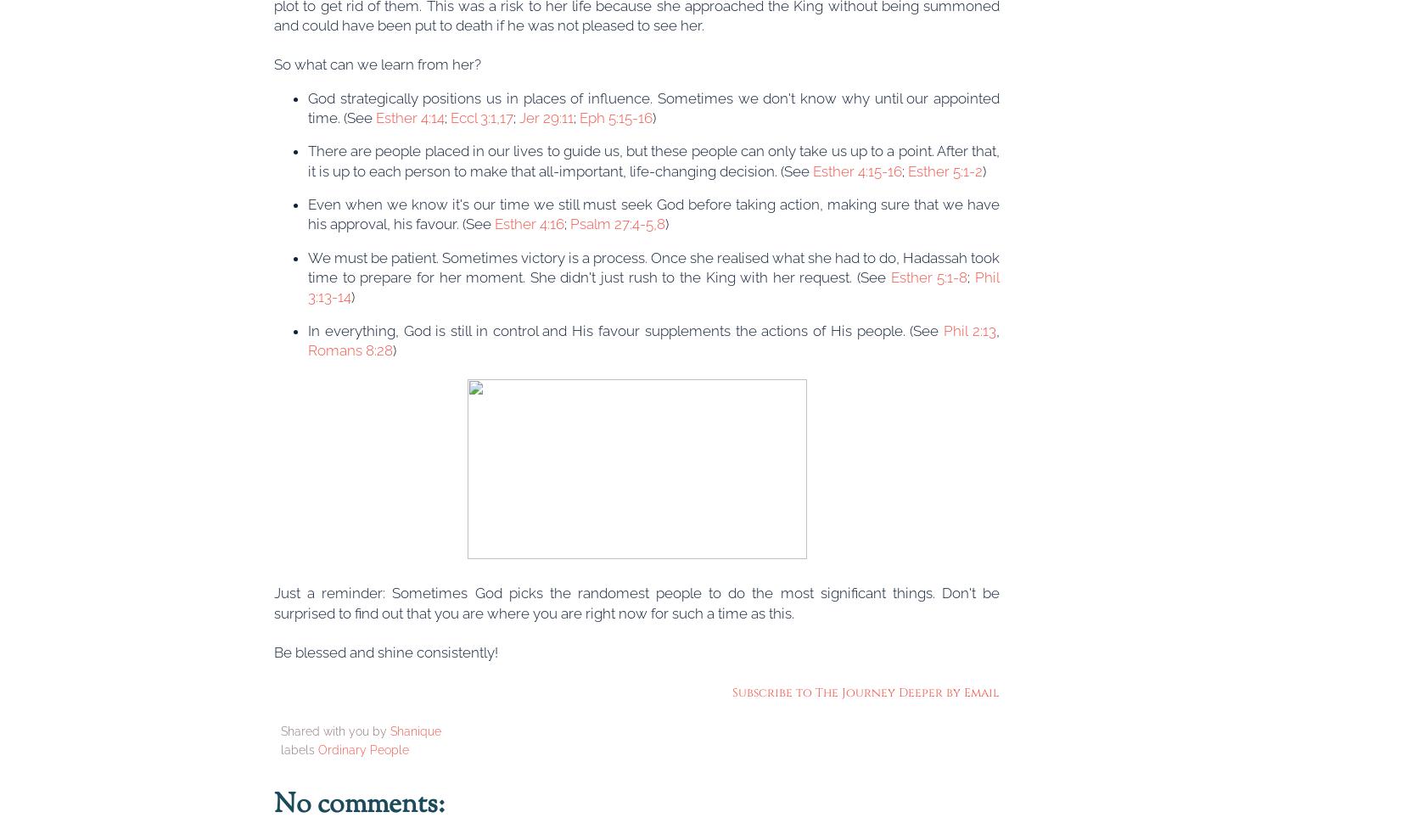 This screenshot has width=1407, height=840. What do you see at coordinates (653, 285) in the screenshot?
I see `'Phil 3:13-14'` at bounding box center [653, 285].